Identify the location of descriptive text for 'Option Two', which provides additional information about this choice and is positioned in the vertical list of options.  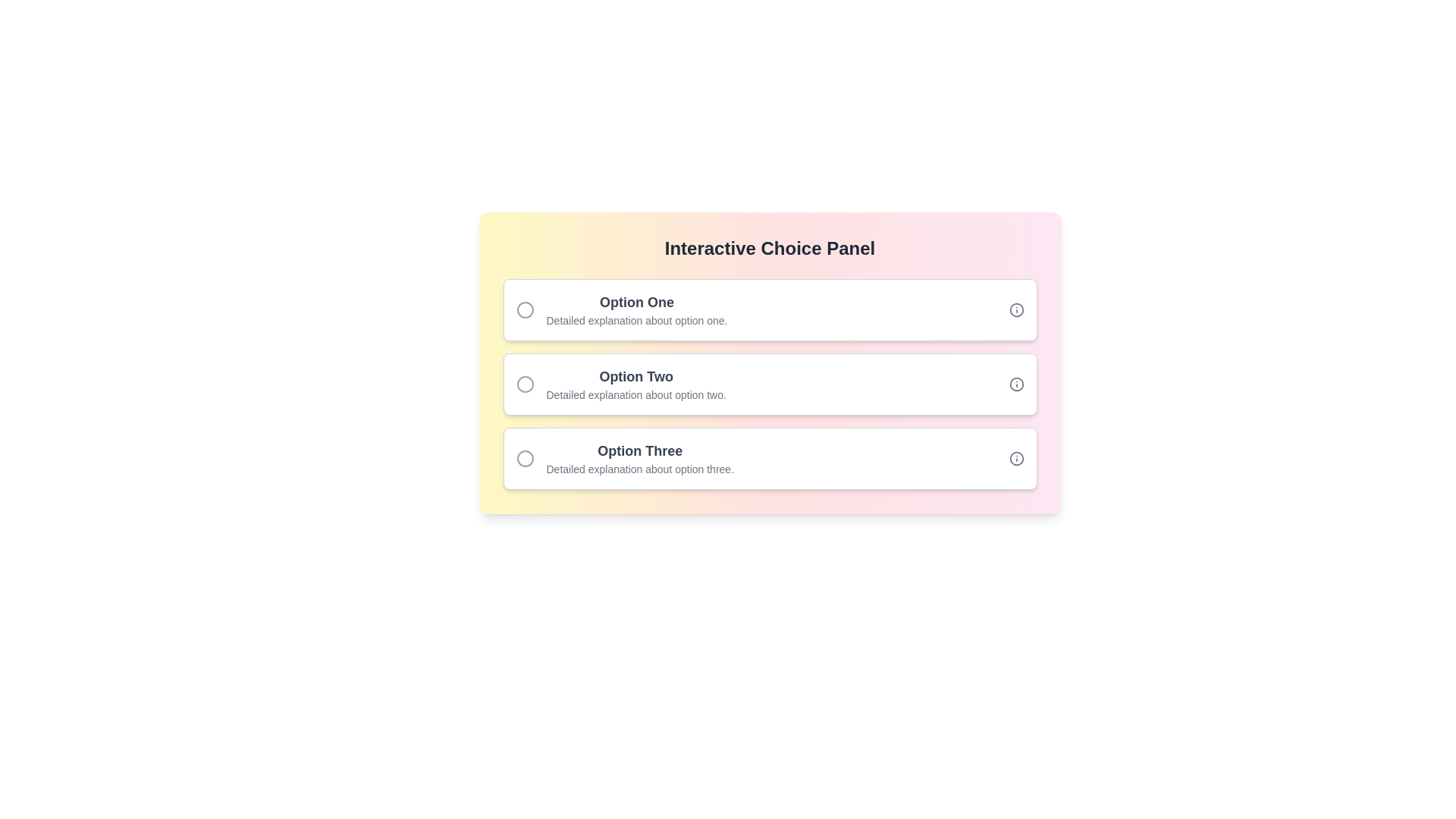
(636, 383).